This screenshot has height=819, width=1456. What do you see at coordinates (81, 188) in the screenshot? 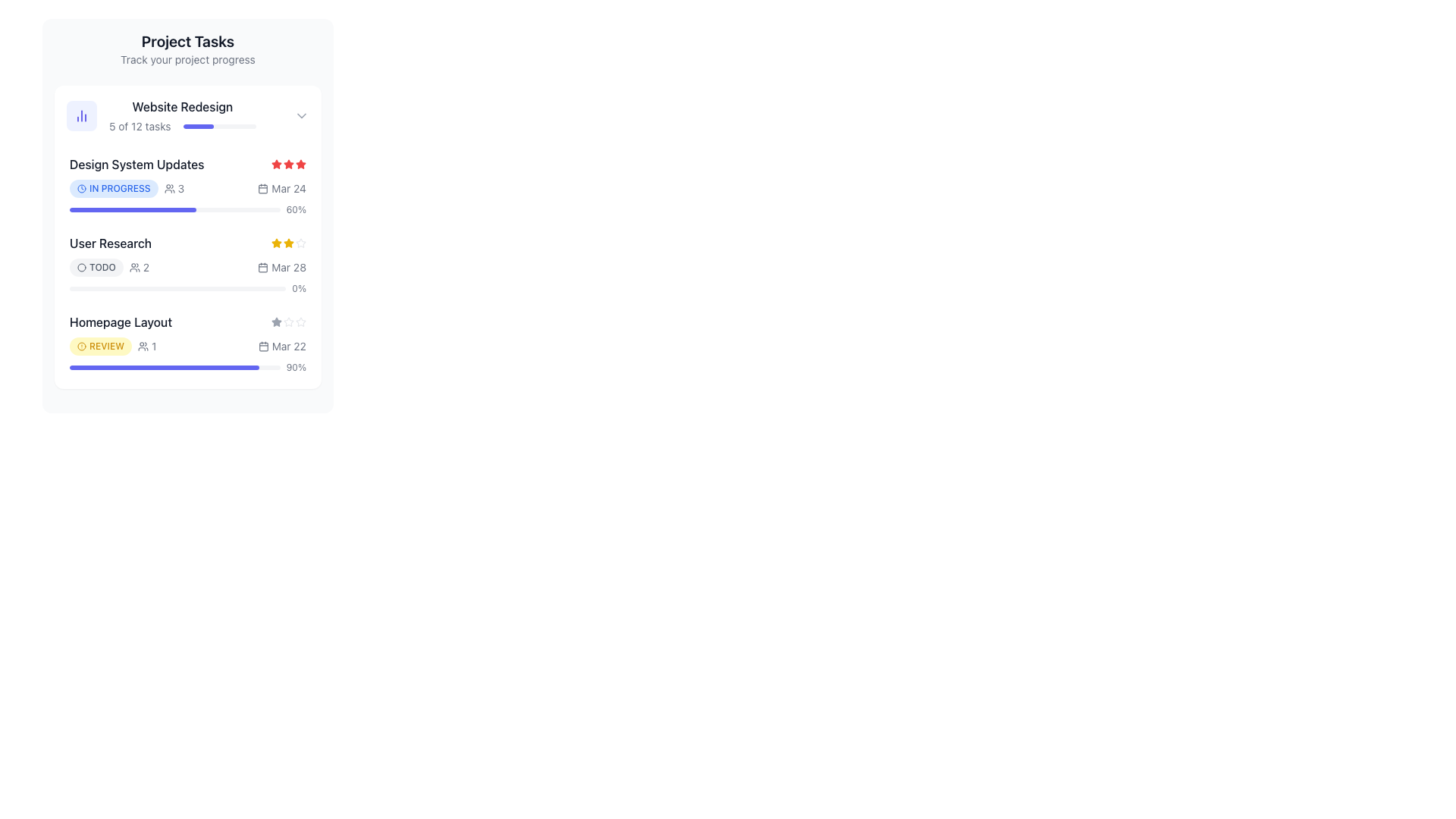
I see `the circular clock icon with a simplistic, line-drawn style, located to the left of the 'IN PROGRESS' text within the blue rounded rectangular badge for the 'Design System Updates' task item` at bounding box center [81, 188].